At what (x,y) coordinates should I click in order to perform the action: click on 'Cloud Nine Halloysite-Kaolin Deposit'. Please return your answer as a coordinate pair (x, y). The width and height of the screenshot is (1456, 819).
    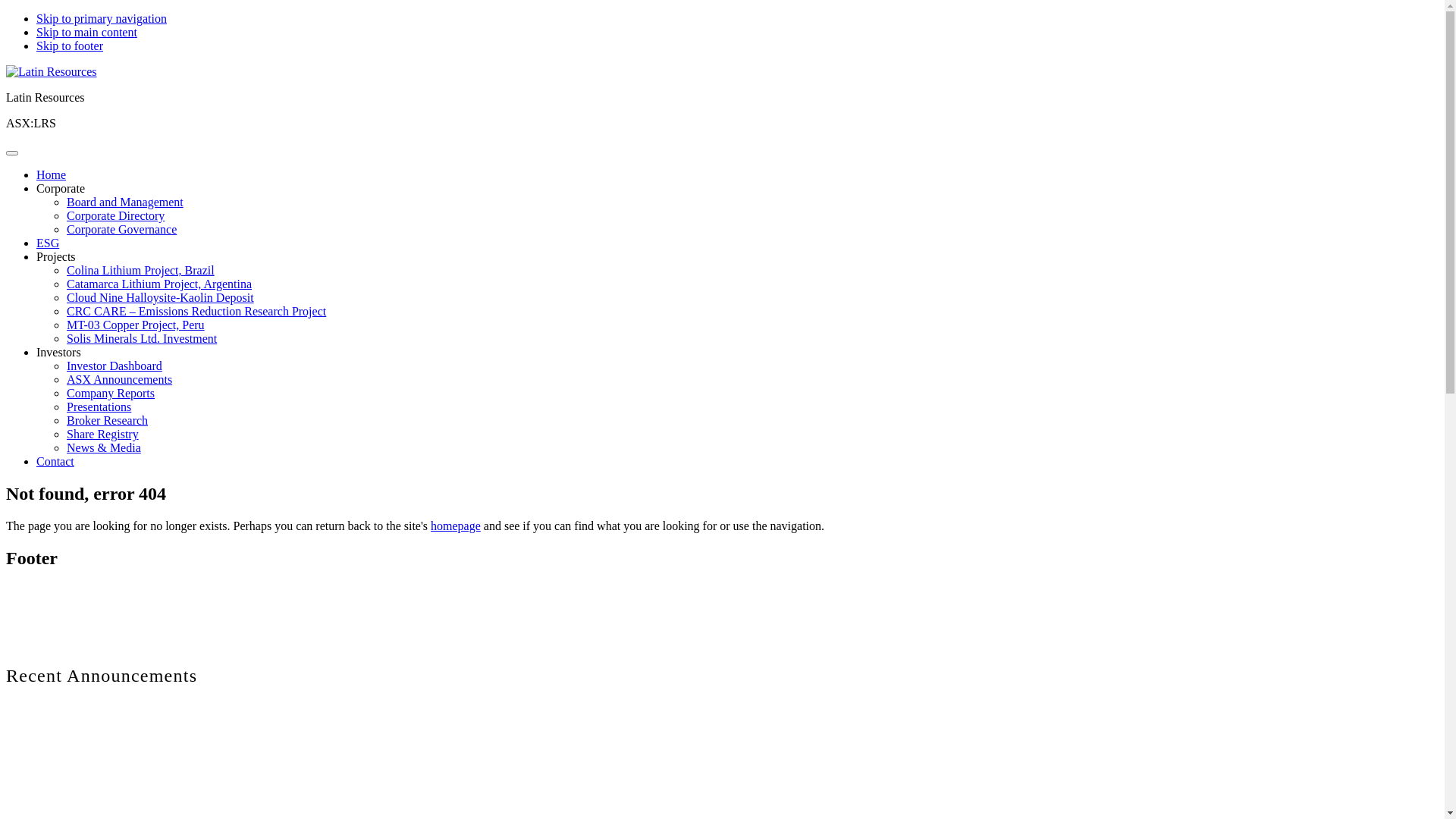
    Looking at the image, I should click on (160, 297).